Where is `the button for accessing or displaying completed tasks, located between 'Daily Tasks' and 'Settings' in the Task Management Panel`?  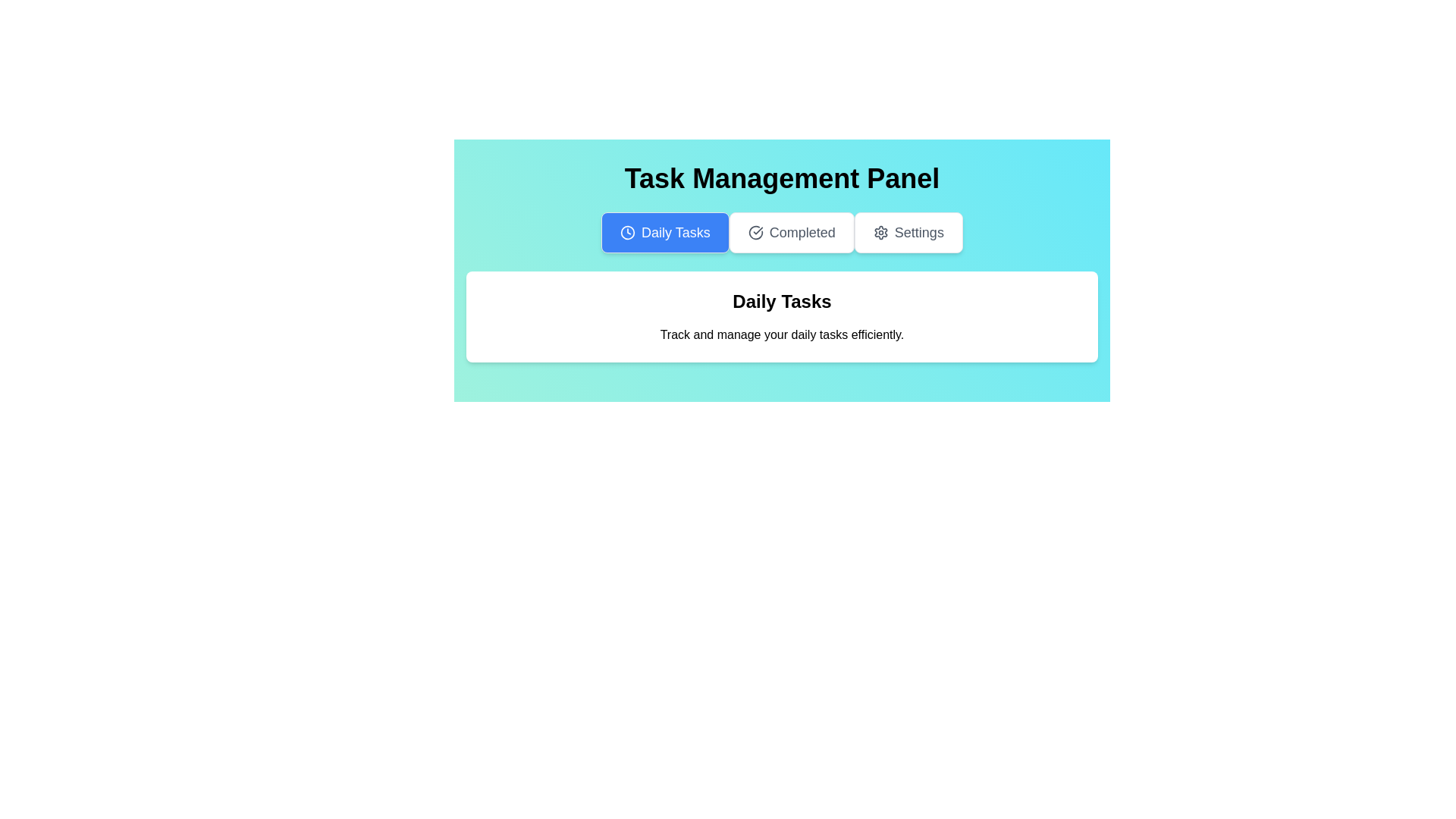 the button for accessing or displaying completed tasks, located between 'Daily Tasks' and 'Settings' in the Task Management Panel is located at coordinates (790, 233).